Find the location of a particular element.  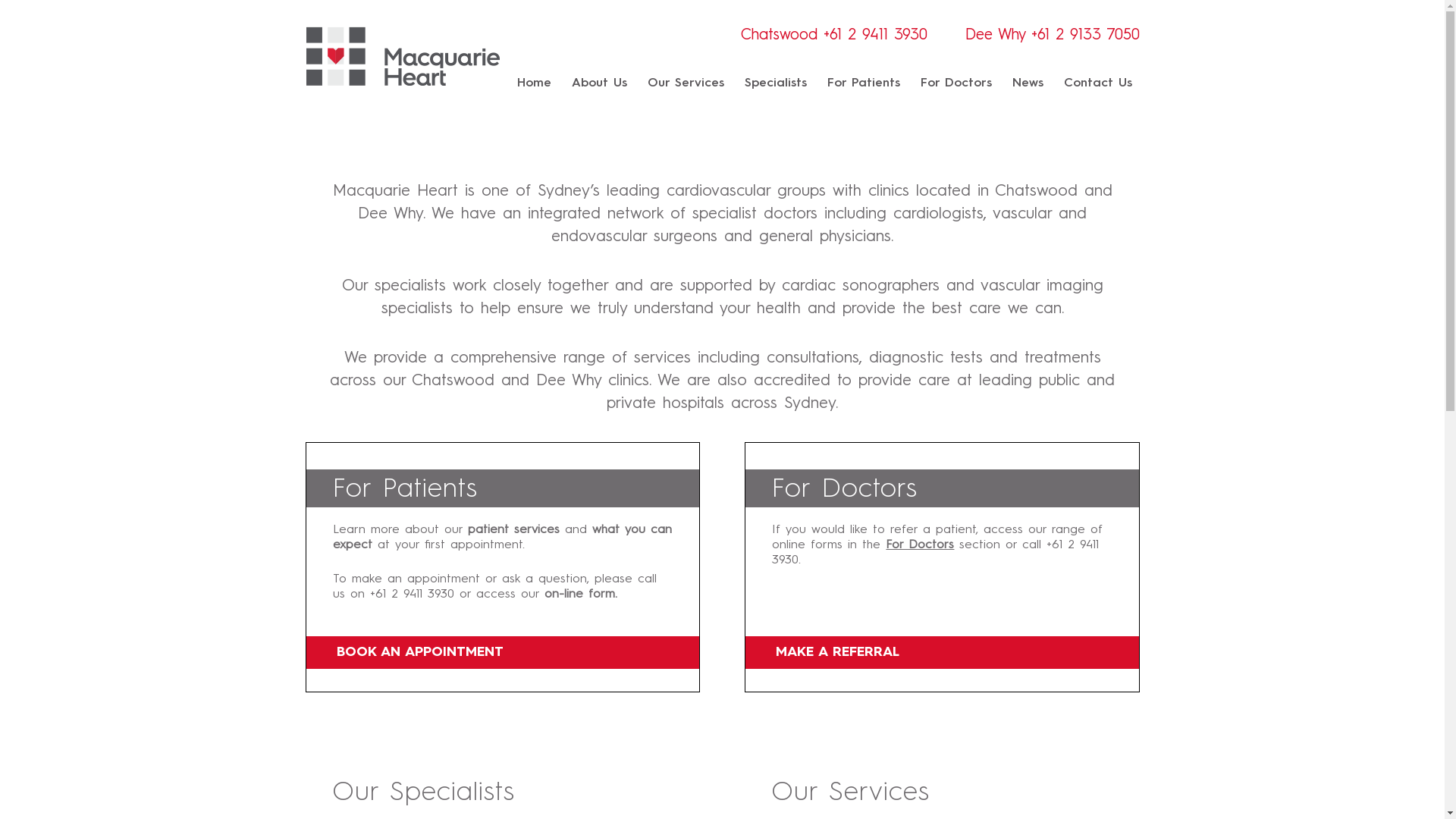

'About Us' is located at coordinates (598, 83).